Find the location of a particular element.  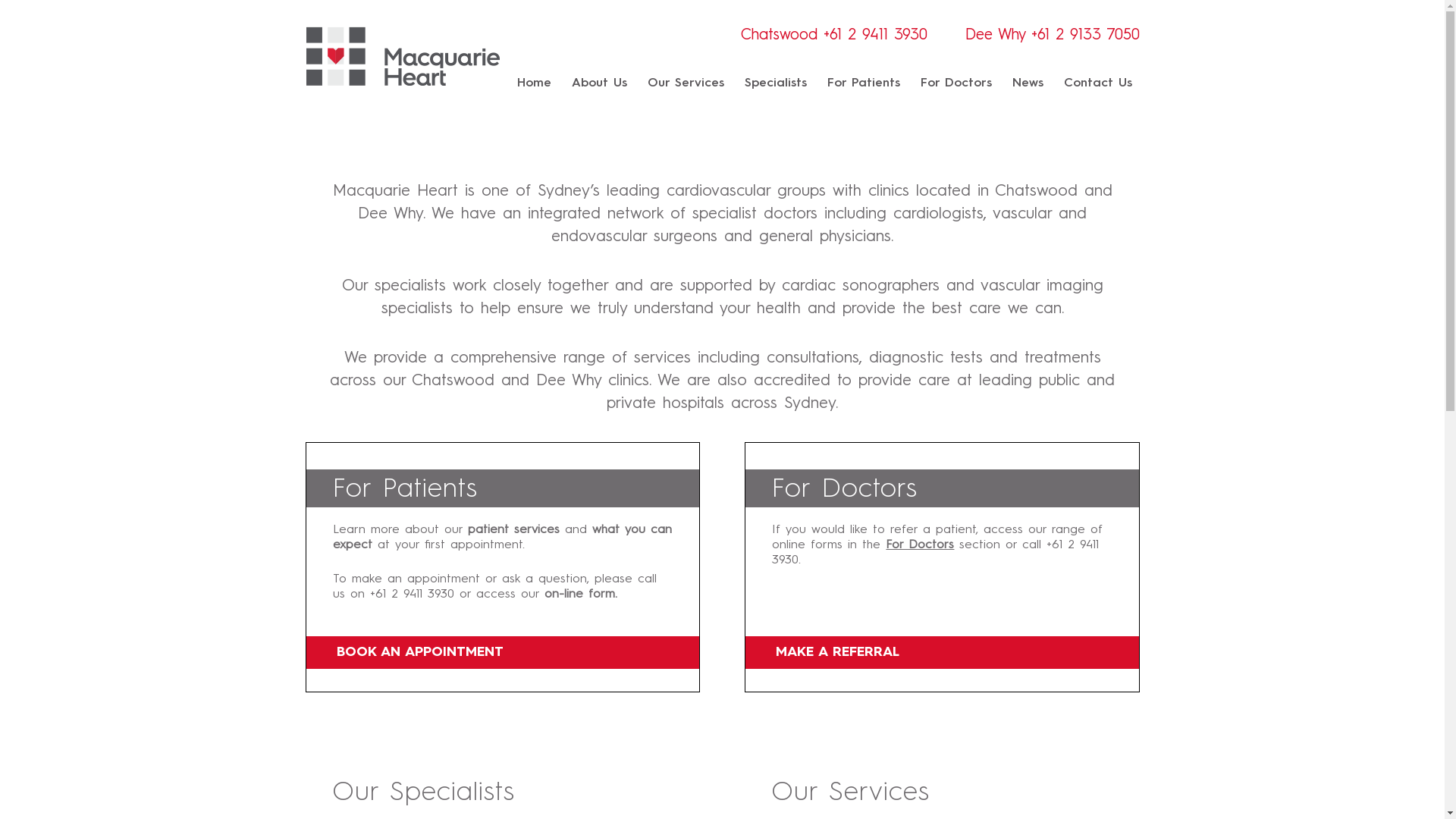

'About Us' is located at coordinates (598, 83).